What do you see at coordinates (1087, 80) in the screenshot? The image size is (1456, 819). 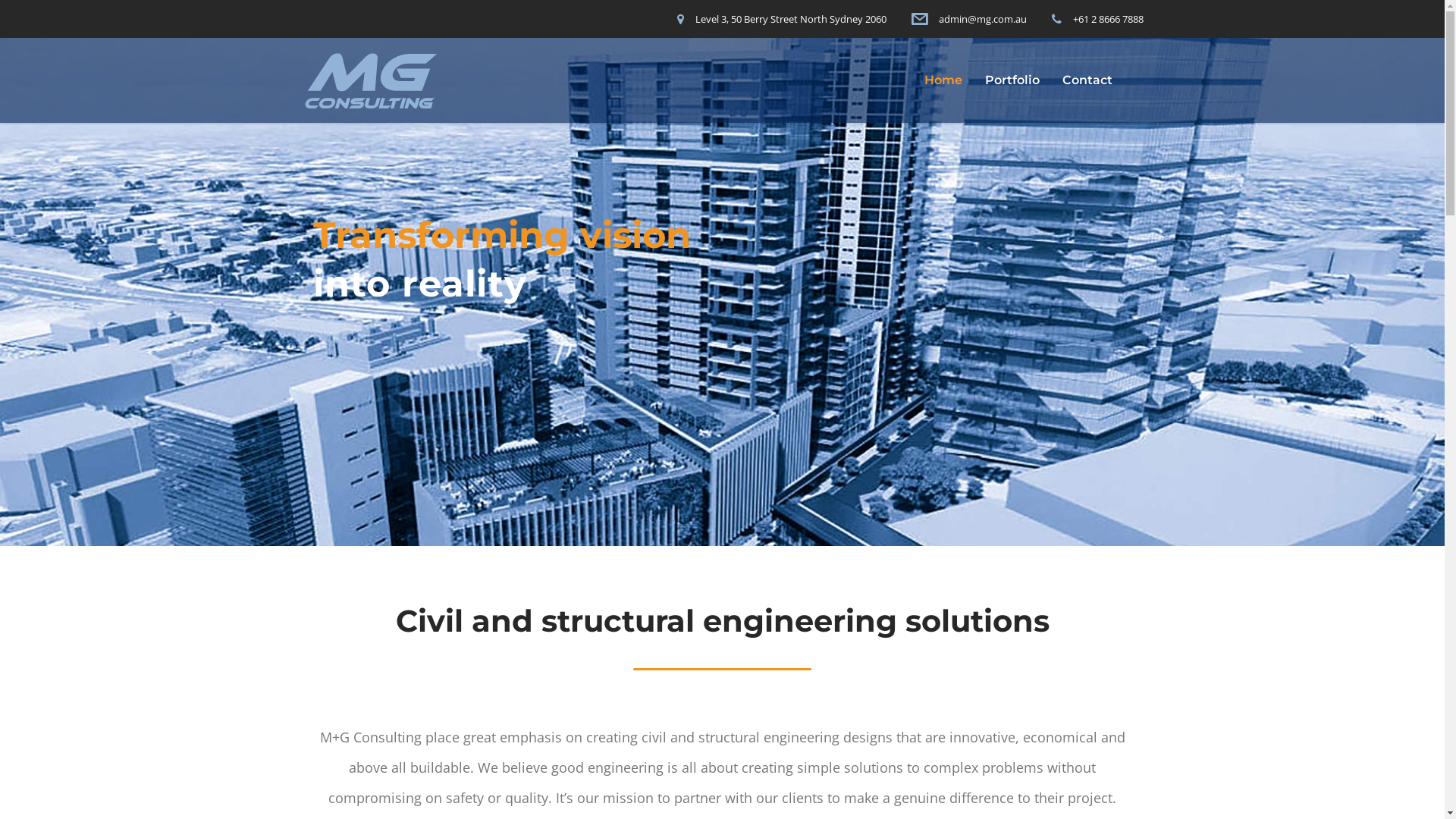 I see `'Contact'` at bounding box center [1087, 80].